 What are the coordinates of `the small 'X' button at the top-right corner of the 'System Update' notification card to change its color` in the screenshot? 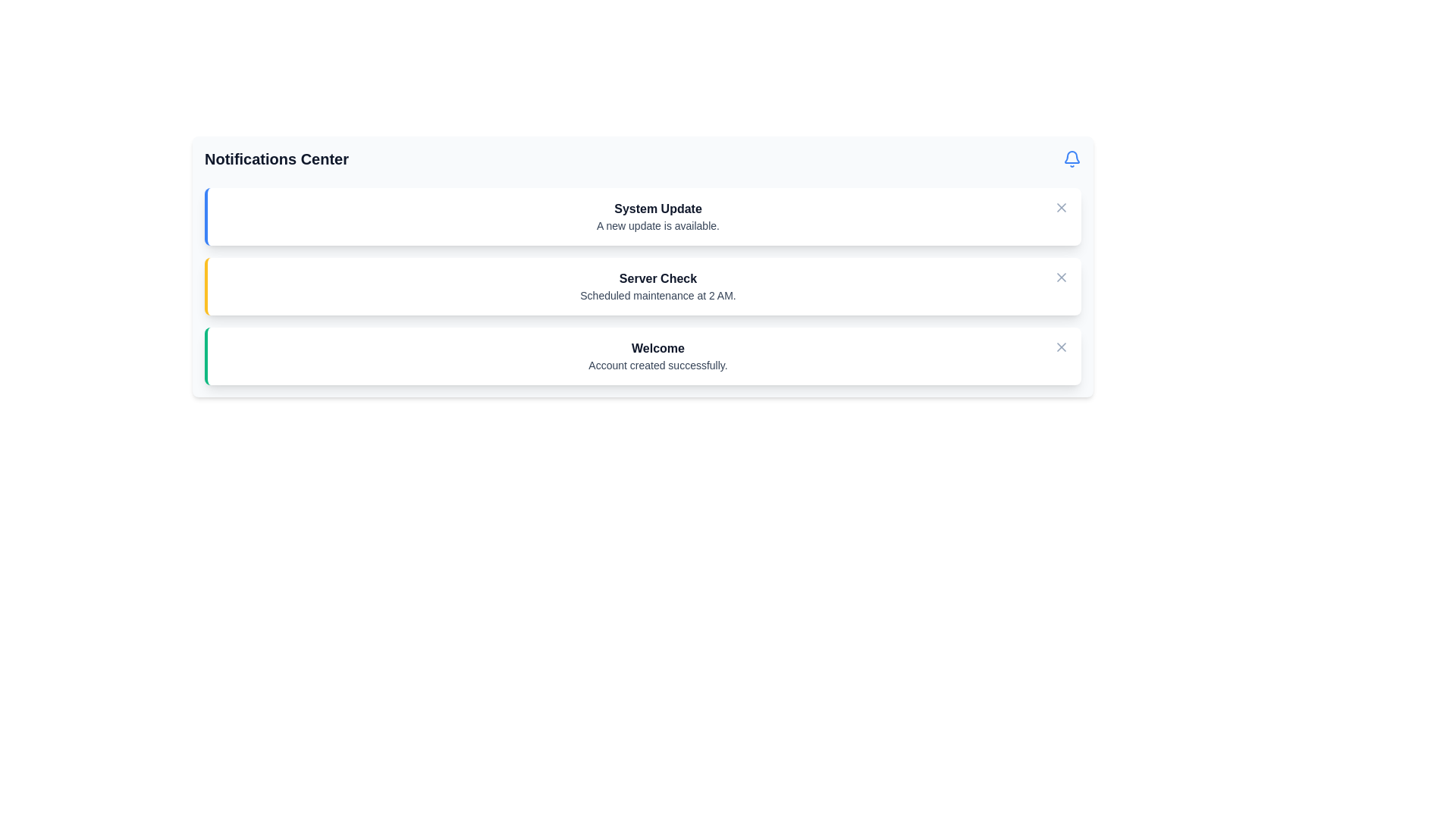 It's located at (1061, 207).